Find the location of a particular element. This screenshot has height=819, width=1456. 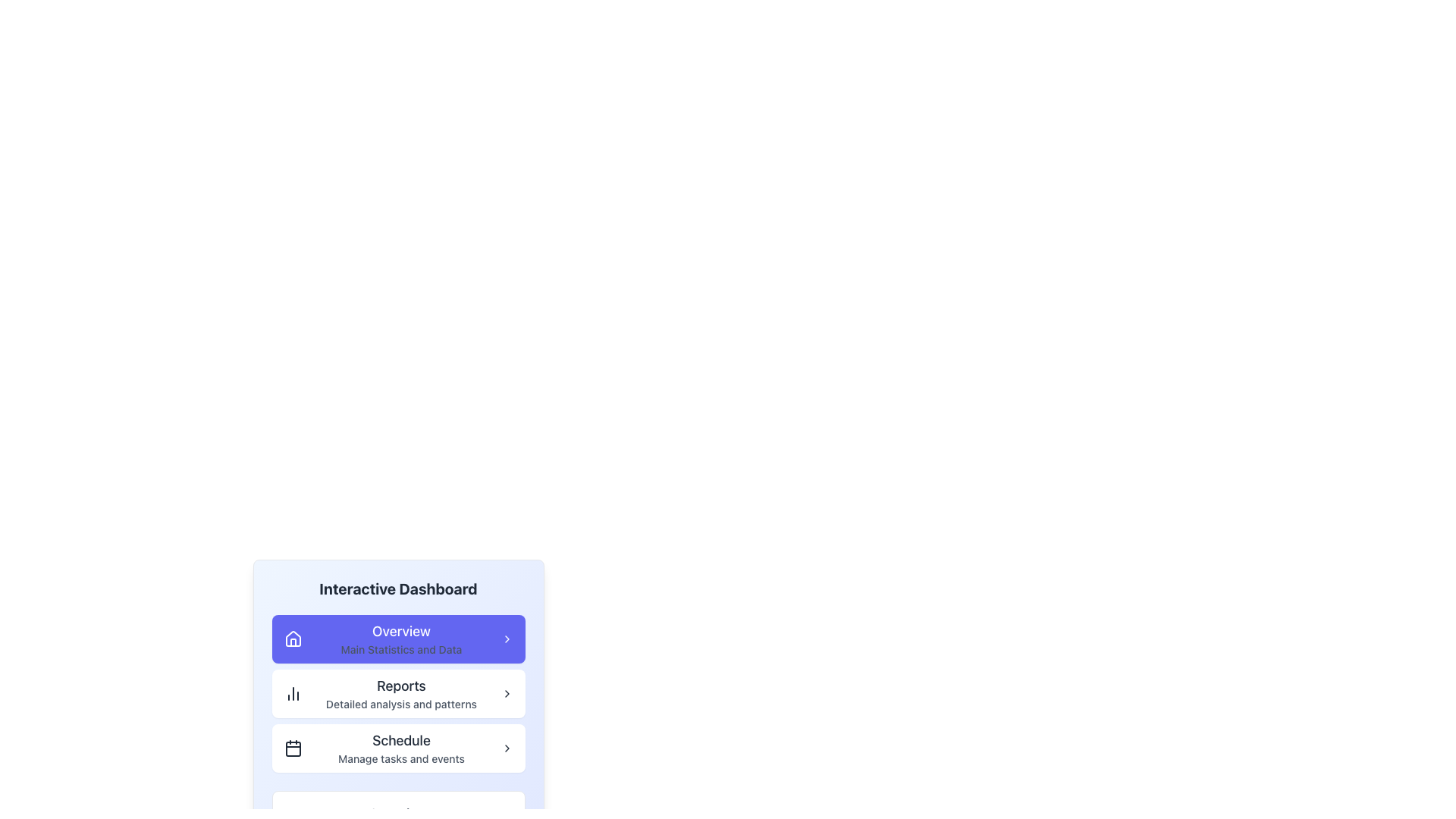

the 'Reports' button, the second option in the list within the 'Interactive Dashboard' is located at coordinates (398, 693).